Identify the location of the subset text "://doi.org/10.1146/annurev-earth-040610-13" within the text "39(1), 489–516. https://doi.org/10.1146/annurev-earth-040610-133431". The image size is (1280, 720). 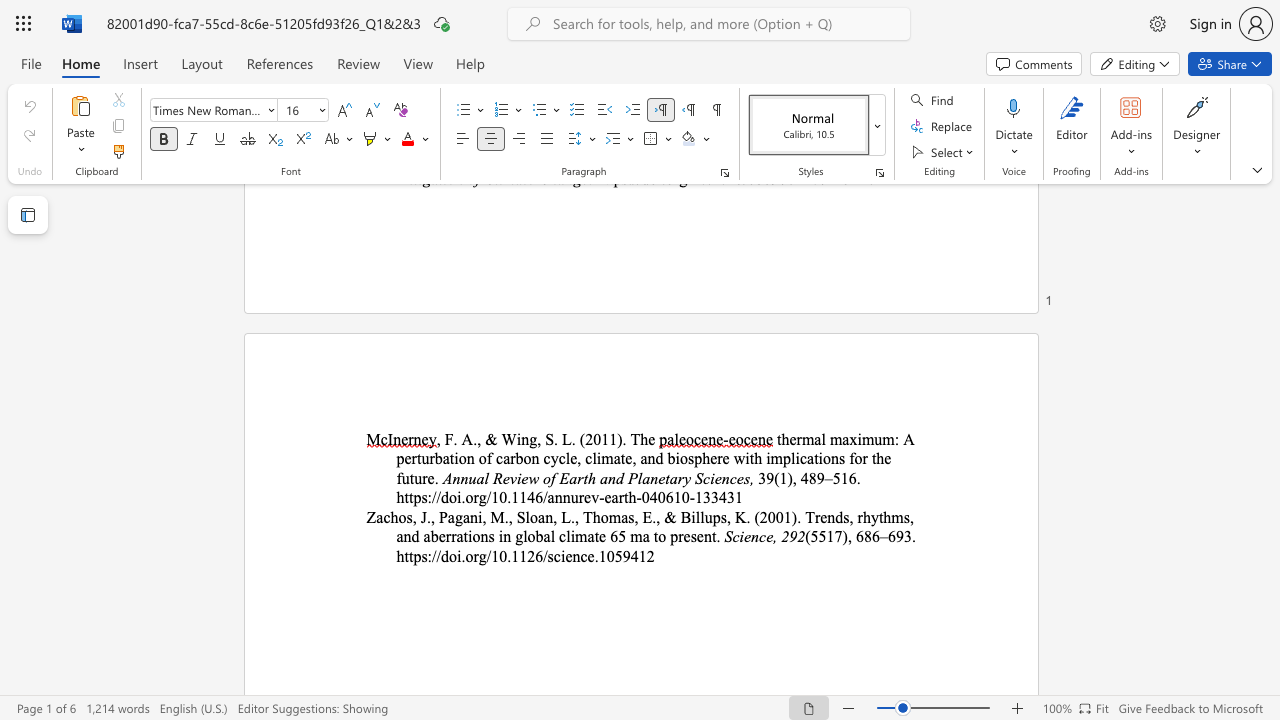
(426, 496).